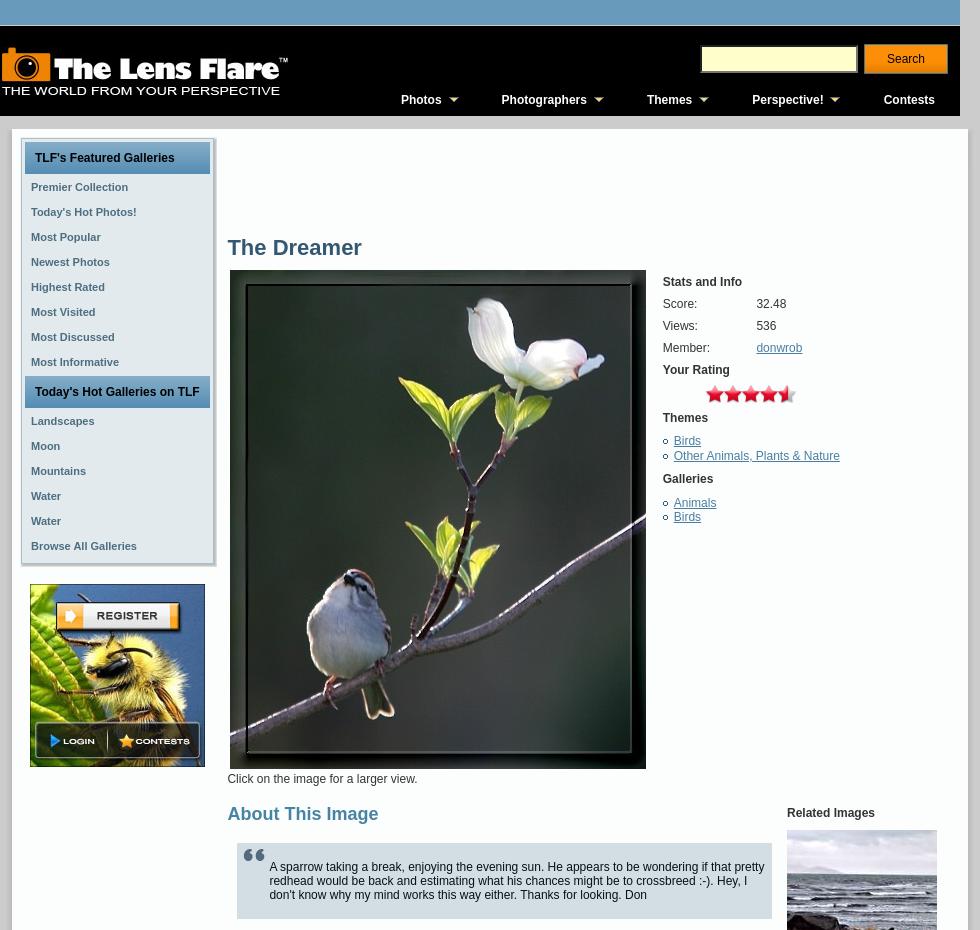  Describe the element at coordinates (30, 311) in the screenshot. I see `'Most Visited'` at that location.